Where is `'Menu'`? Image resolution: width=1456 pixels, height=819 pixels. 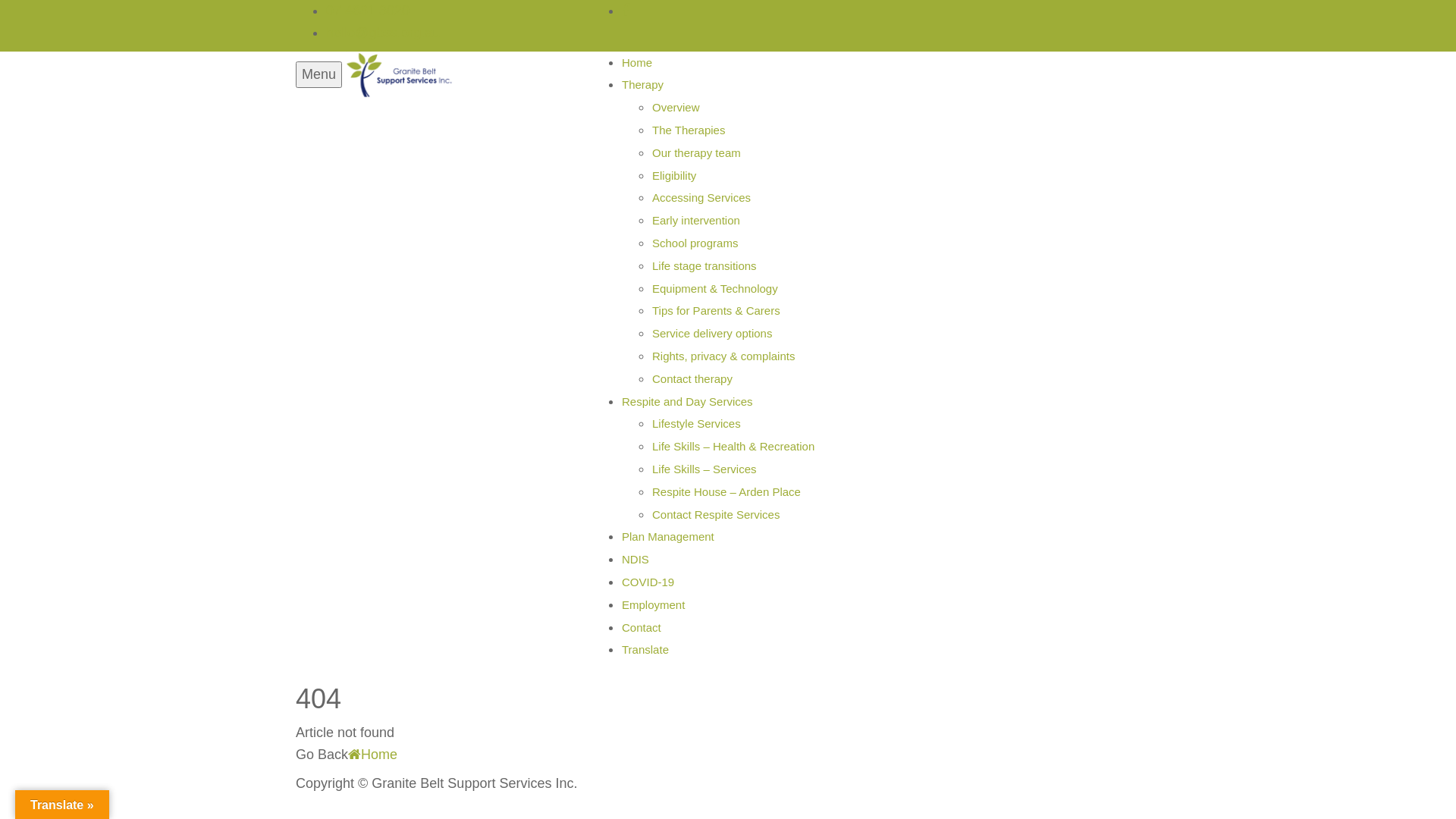
'Menu' is located at coordinates (318, 74).